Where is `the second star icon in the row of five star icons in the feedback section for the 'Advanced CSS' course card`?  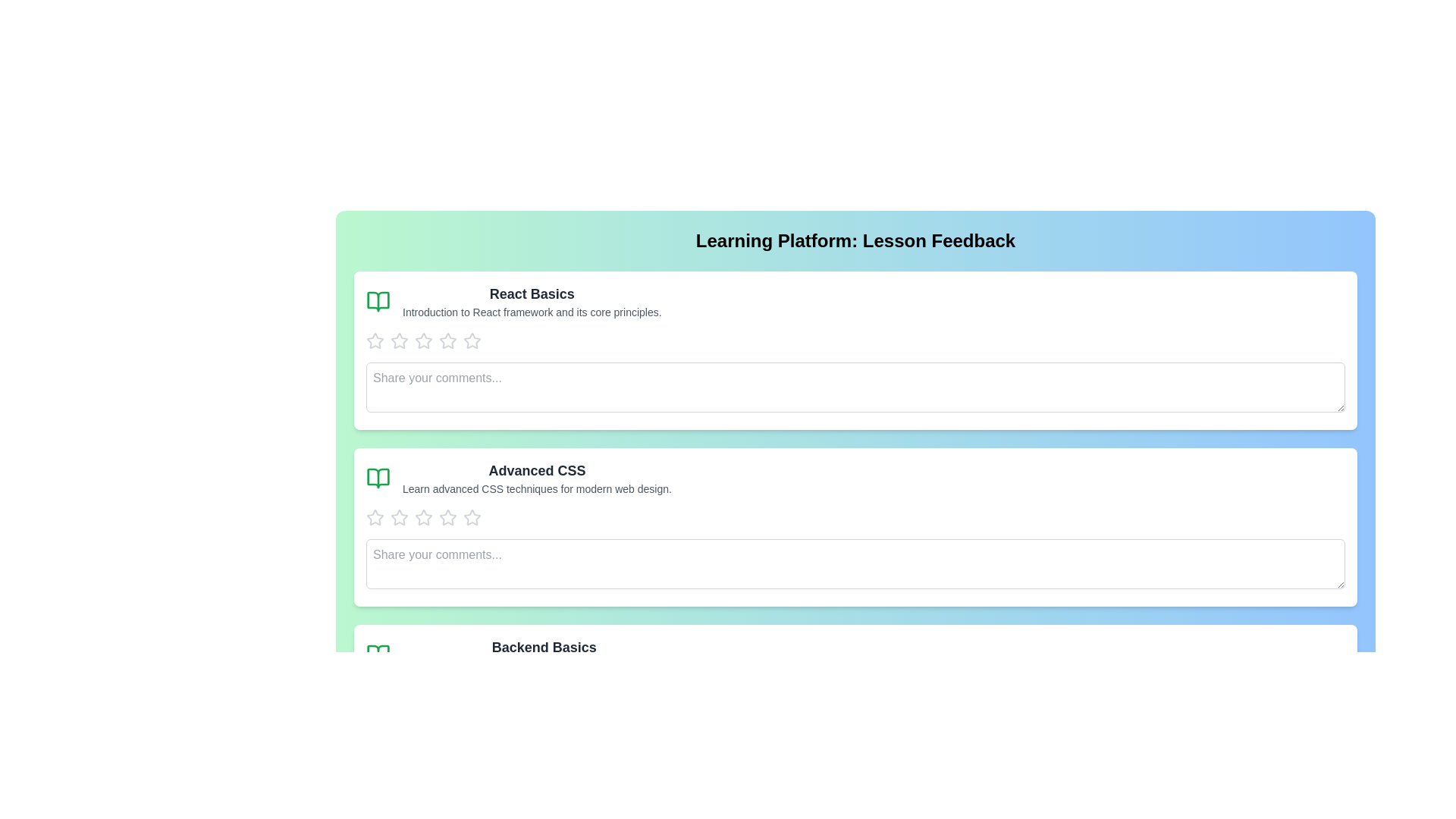
the second star icon in the row of five star icons in the feedback section for the 'Advanced CSS' course card is located at coordinates (400, 516).